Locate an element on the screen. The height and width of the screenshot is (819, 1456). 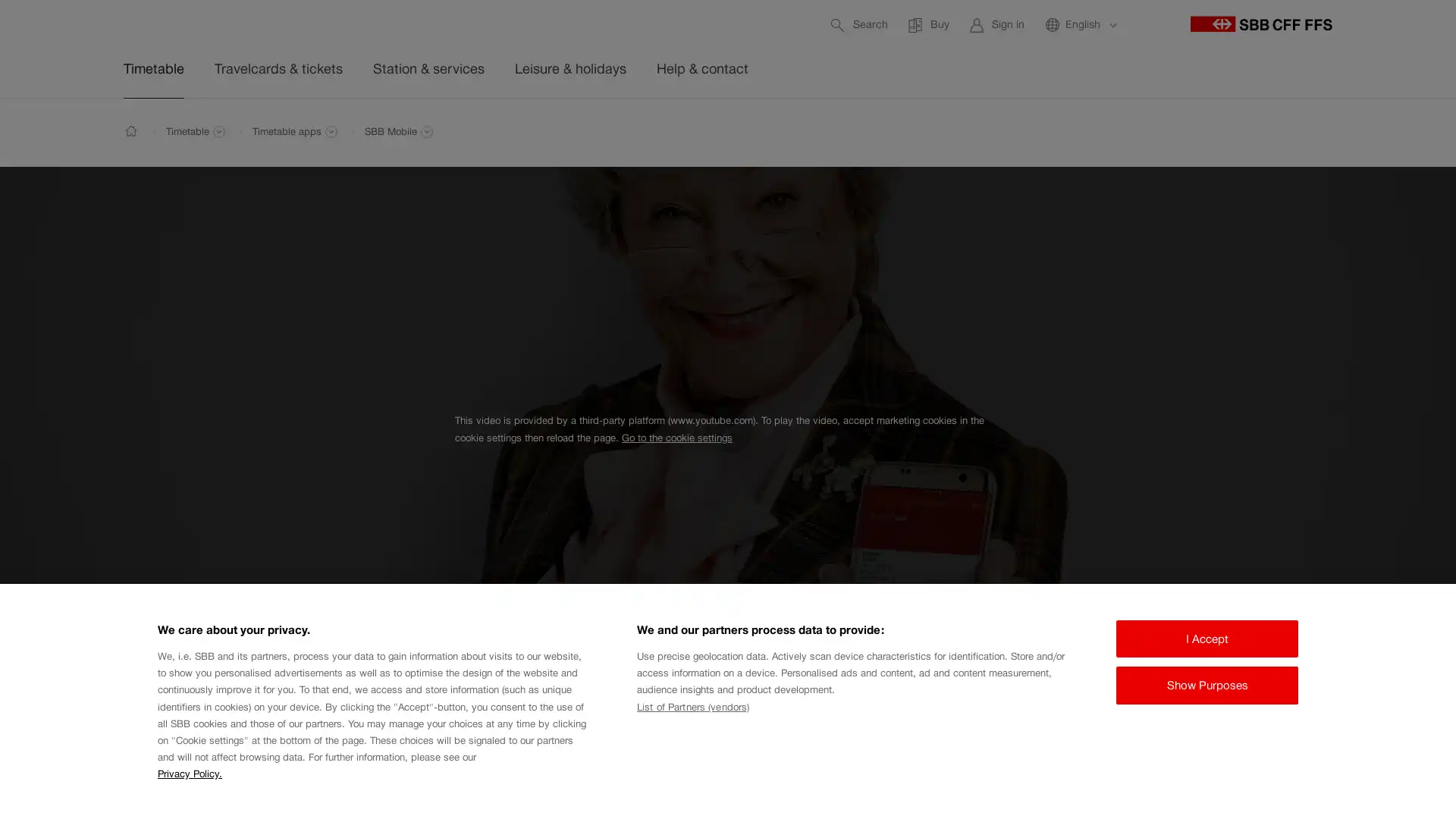
Close active menu item Leisure & holidays. is located at coordinates (1350, 133).